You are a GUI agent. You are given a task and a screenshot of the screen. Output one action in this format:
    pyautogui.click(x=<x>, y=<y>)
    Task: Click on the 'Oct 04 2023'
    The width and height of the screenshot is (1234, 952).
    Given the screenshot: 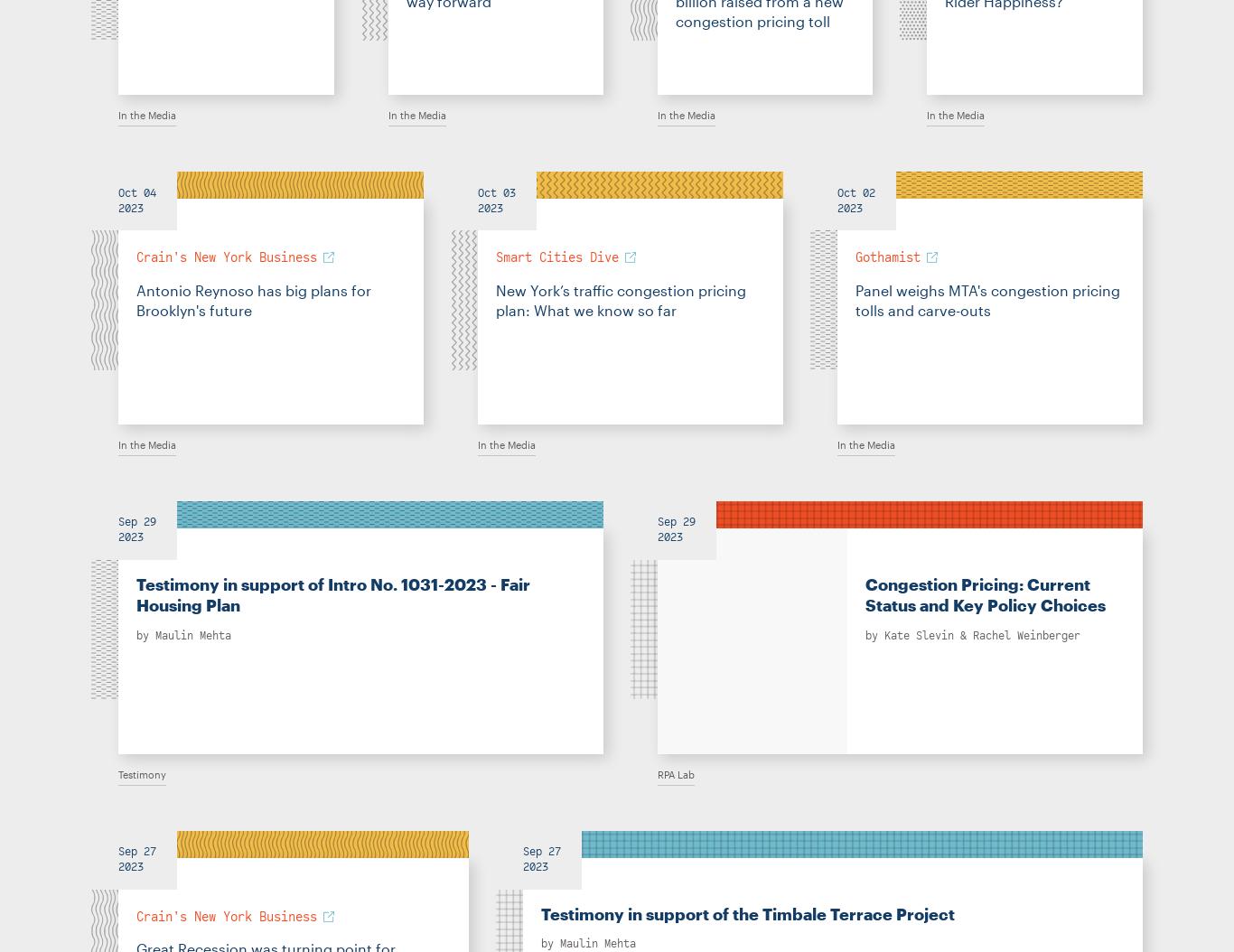 What is the action you would take?
    pyautogui.click(x=136, y=200)
    